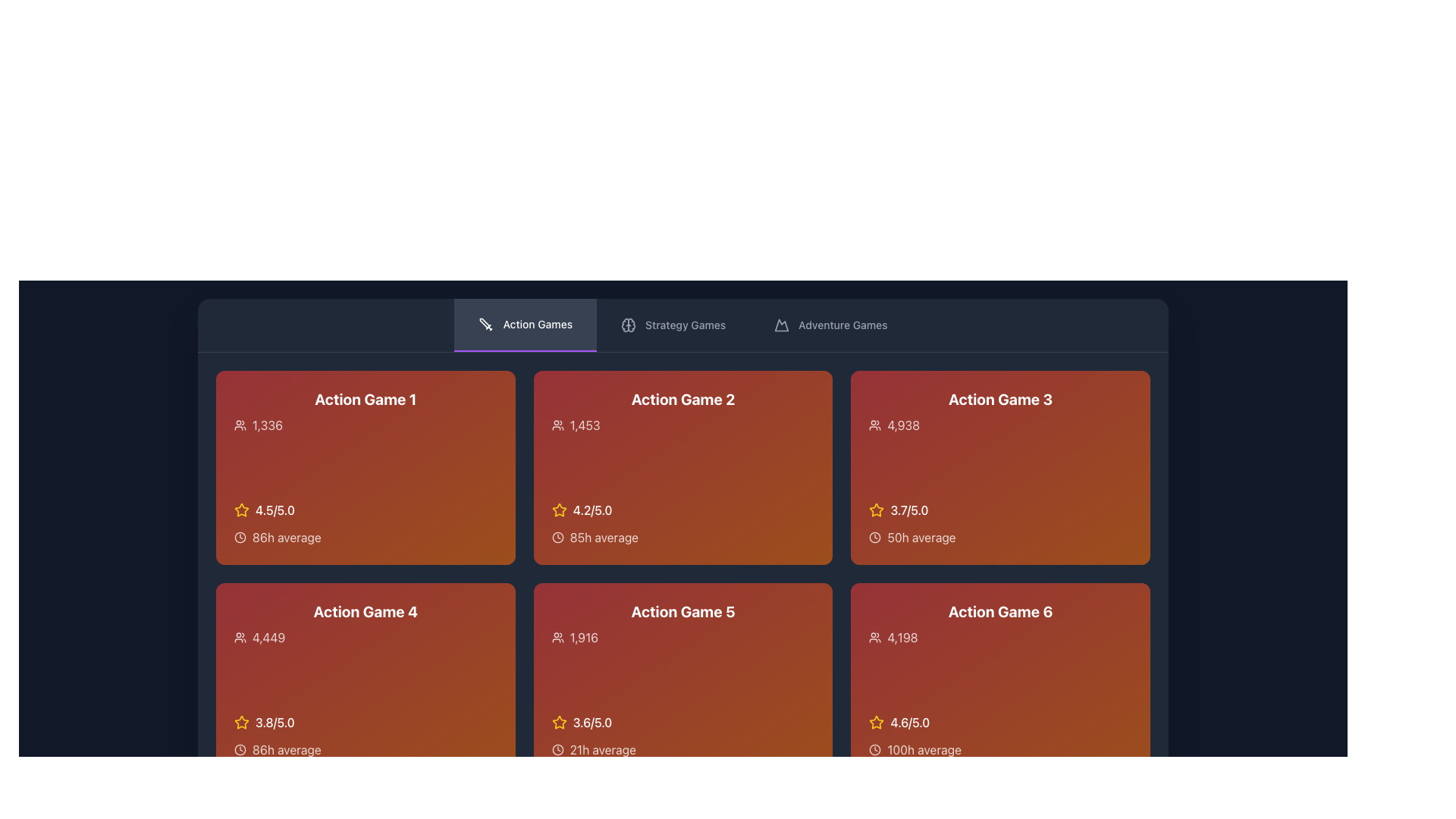 This screenshot has height=819, width=1456. What do you see at coordinates (366, 412) in the screenshot?
I see `the title 'Action Game 1' in the top-left card of the 'Action Games' section` at bounding box center [366, 412].